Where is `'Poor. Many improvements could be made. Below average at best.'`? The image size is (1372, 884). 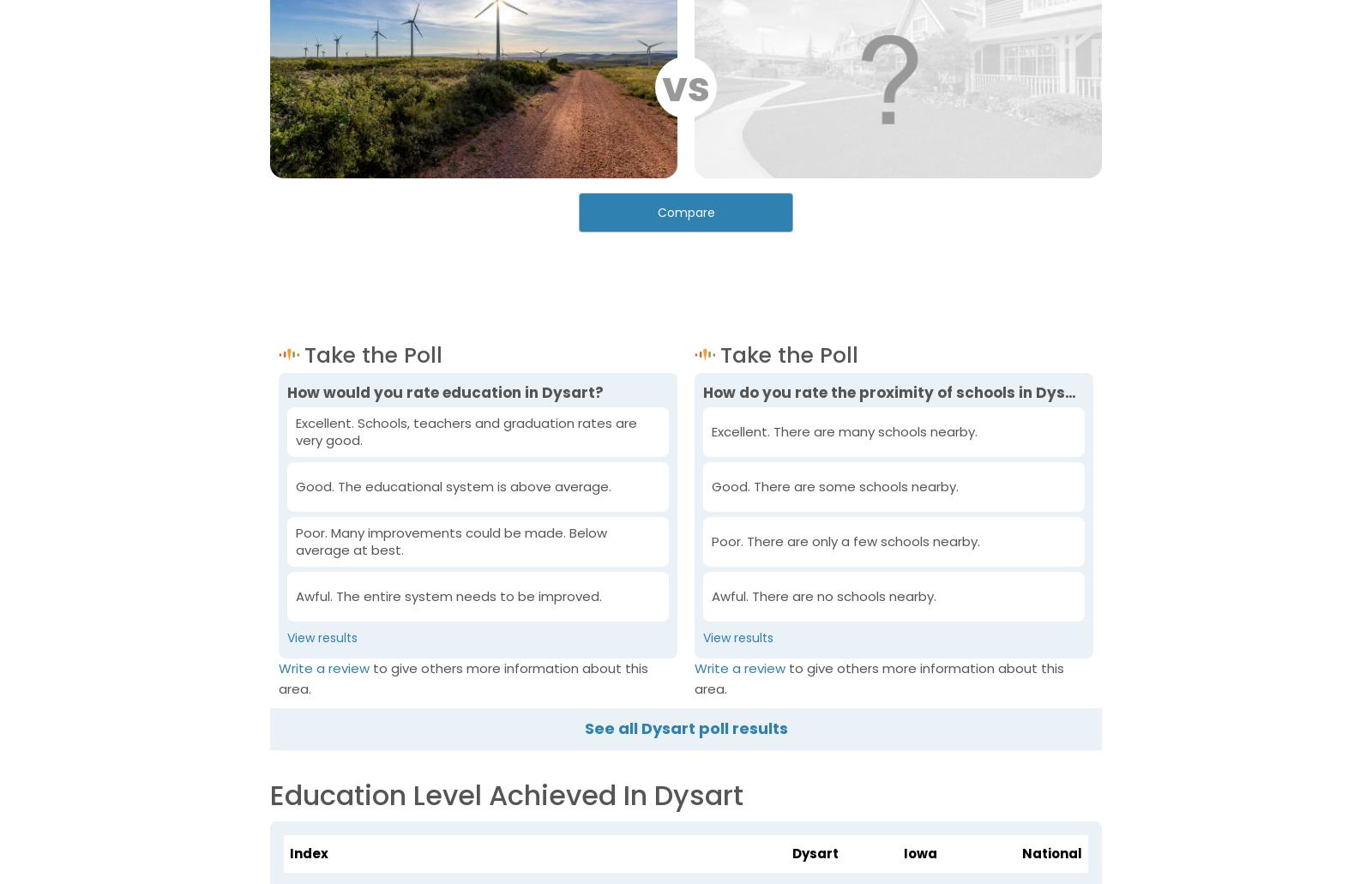
'Poor. Many improvements could be made. Below average at best.' is located at coordinates (450, 540).